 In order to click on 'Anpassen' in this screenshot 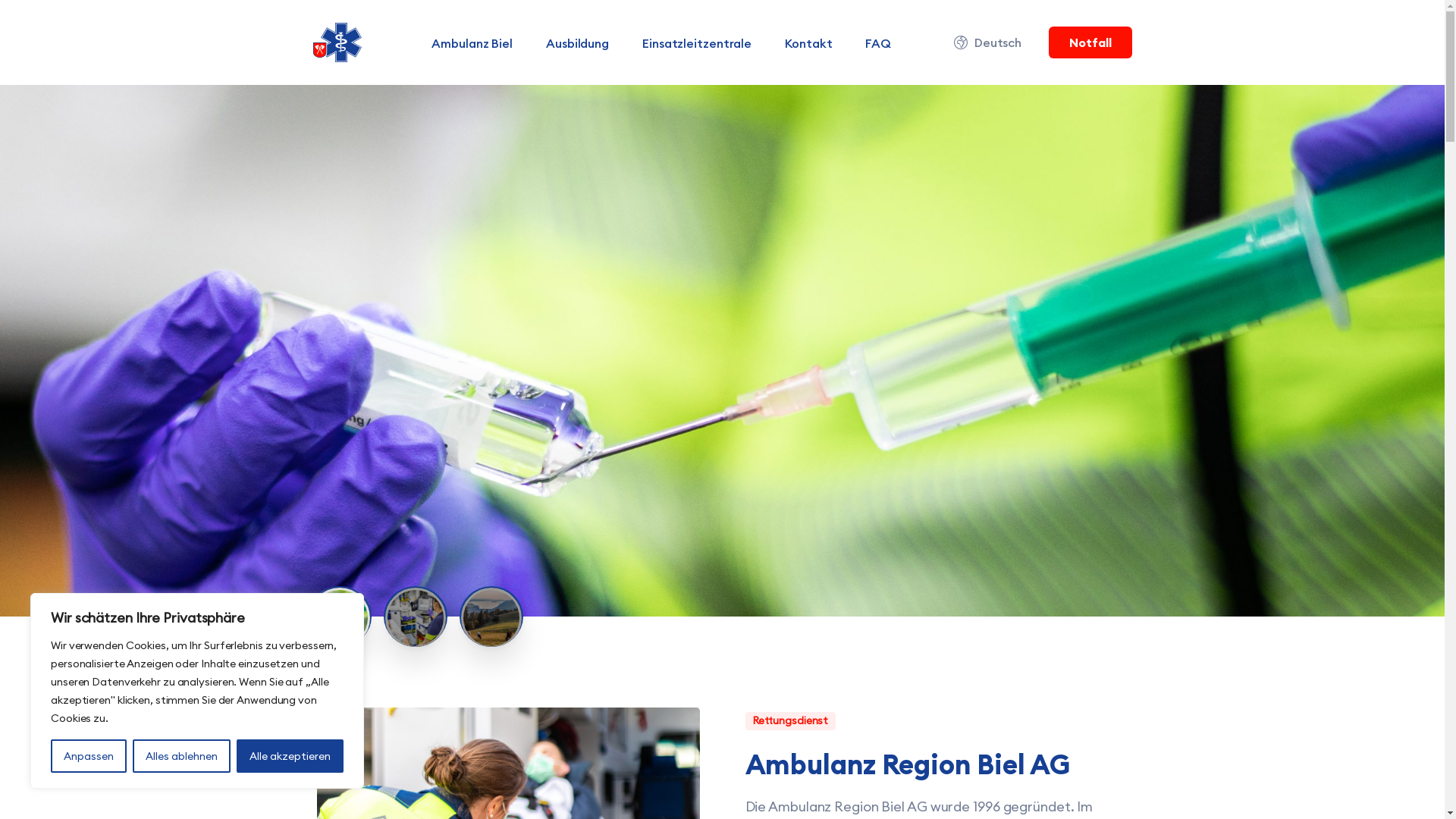, I will do `click(87, 755)`.